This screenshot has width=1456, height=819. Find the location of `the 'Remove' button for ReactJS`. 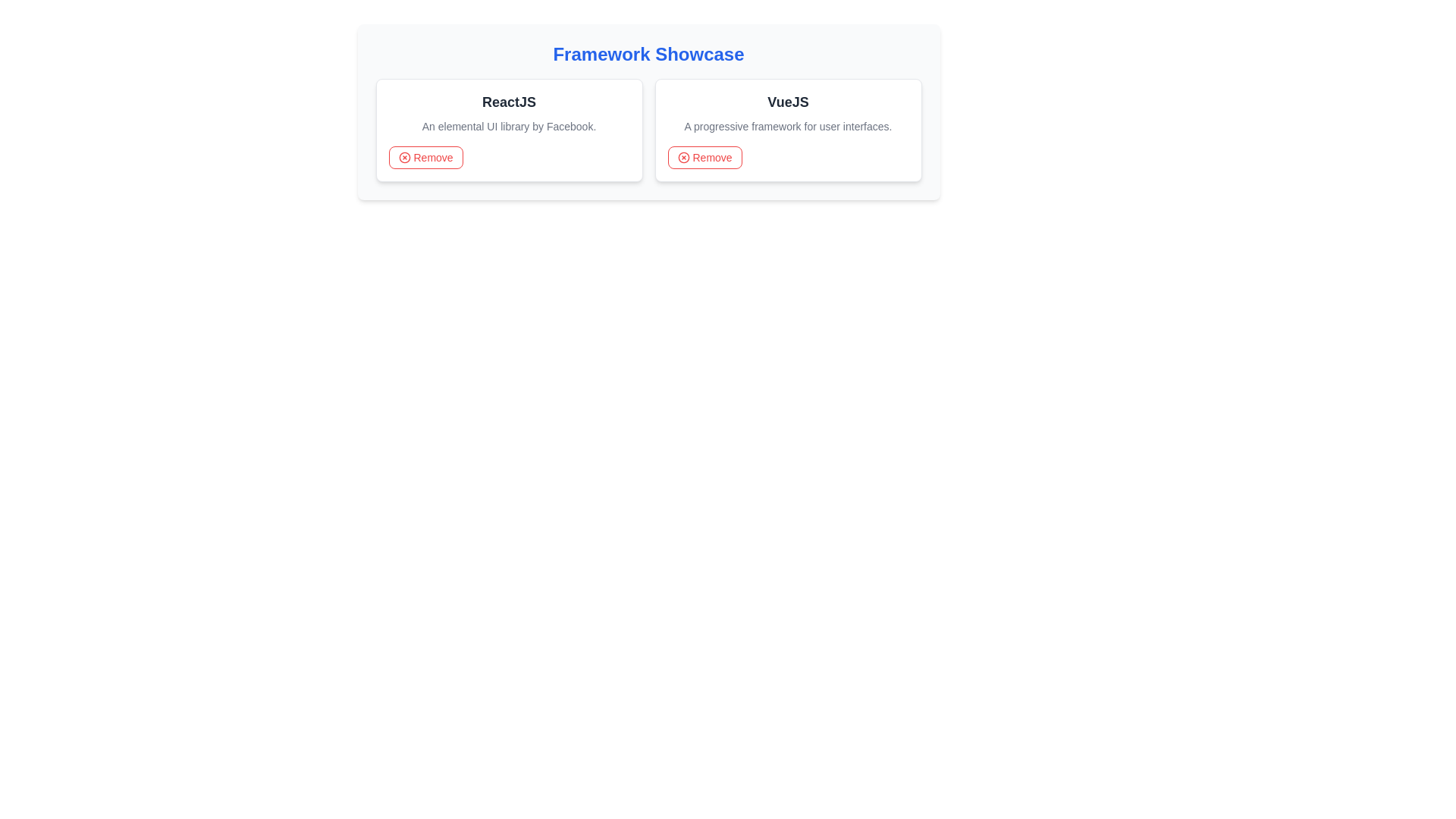

the 'Remove' button for ReactJS is located at coordinates (425, 158).